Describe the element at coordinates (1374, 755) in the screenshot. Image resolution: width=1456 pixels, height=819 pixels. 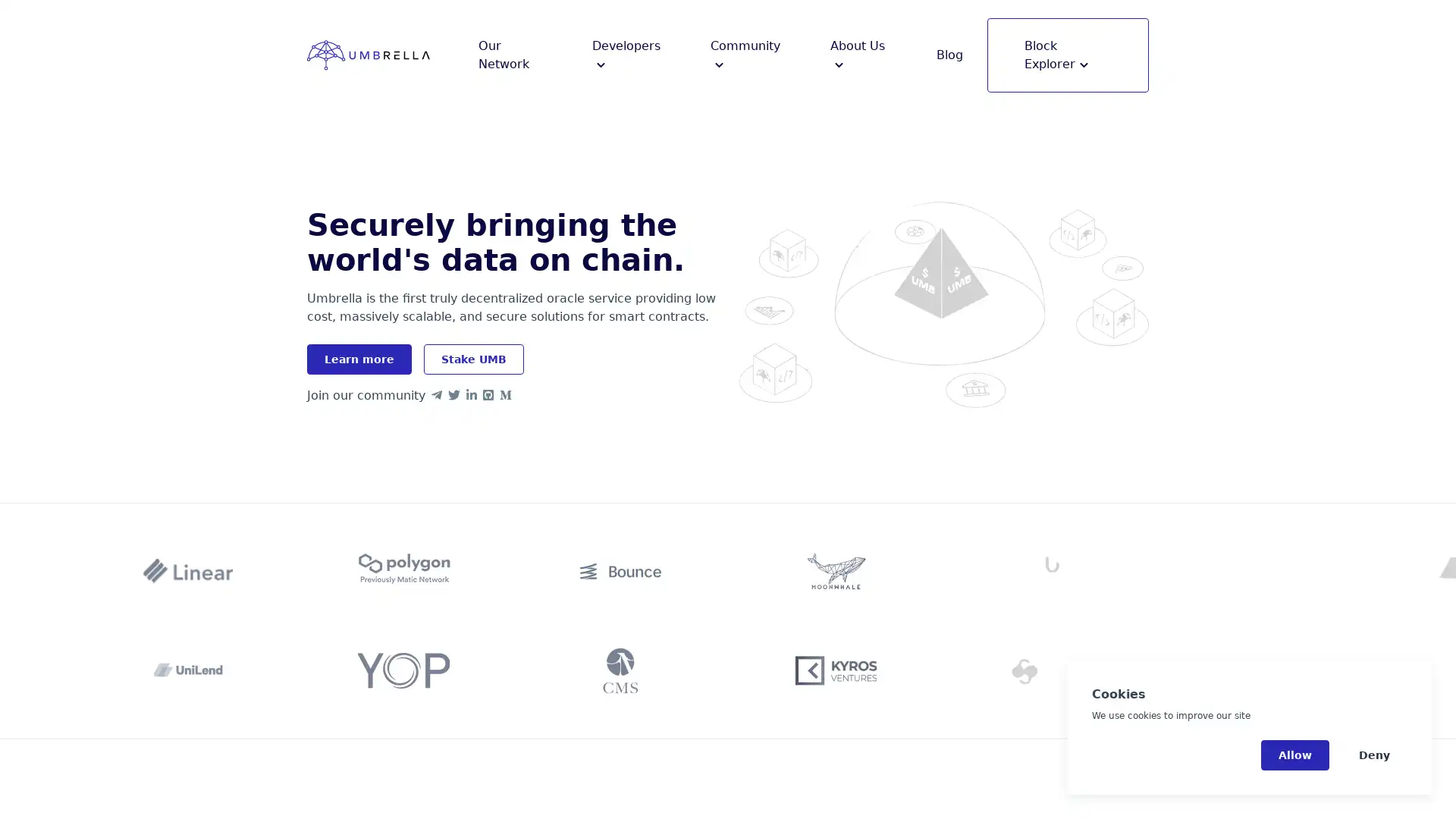
I see `Deny` at that location.